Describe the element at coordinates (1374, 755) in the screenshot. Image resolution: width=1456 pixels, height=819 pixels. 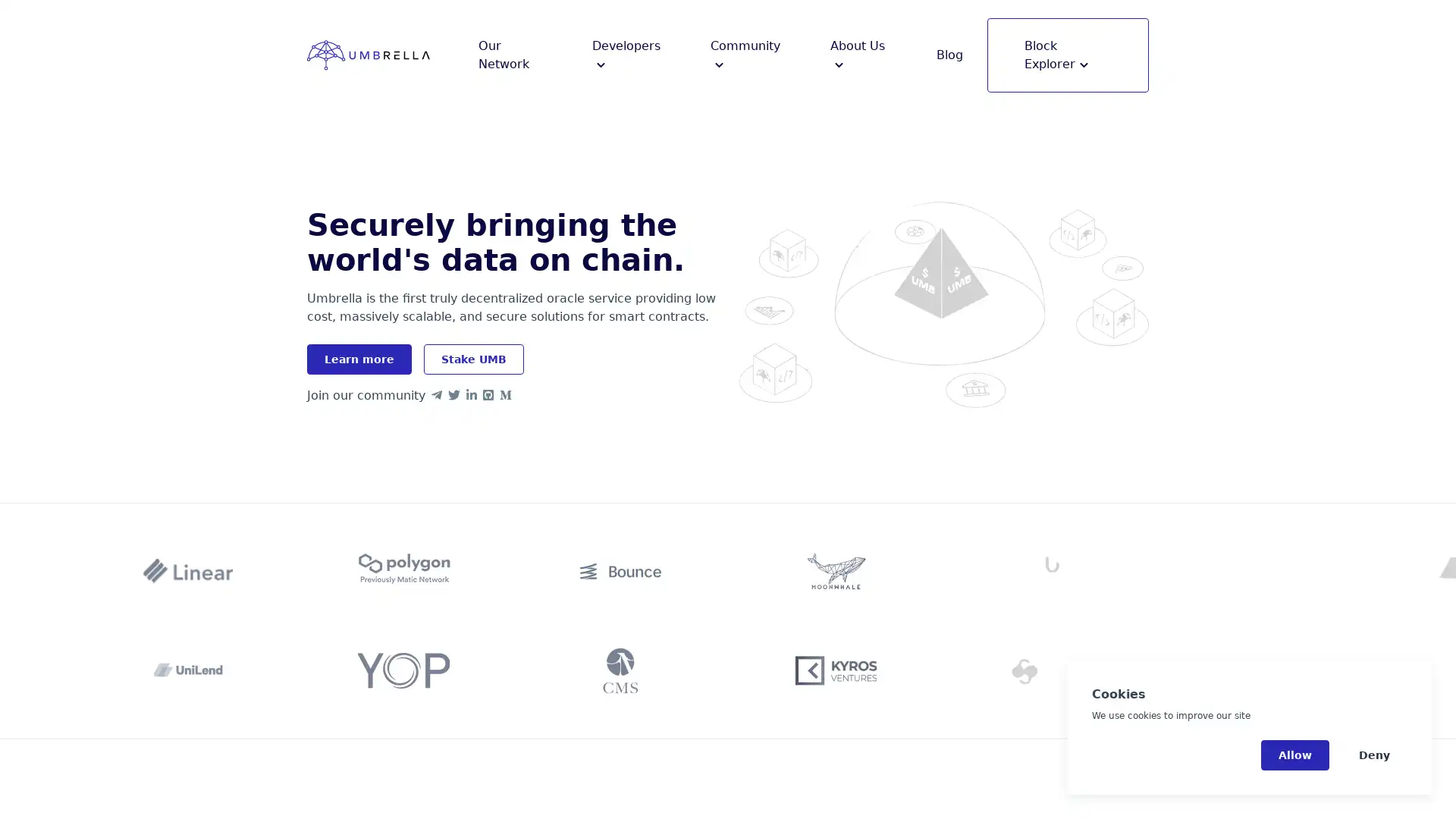
I see `Deny` at that location.